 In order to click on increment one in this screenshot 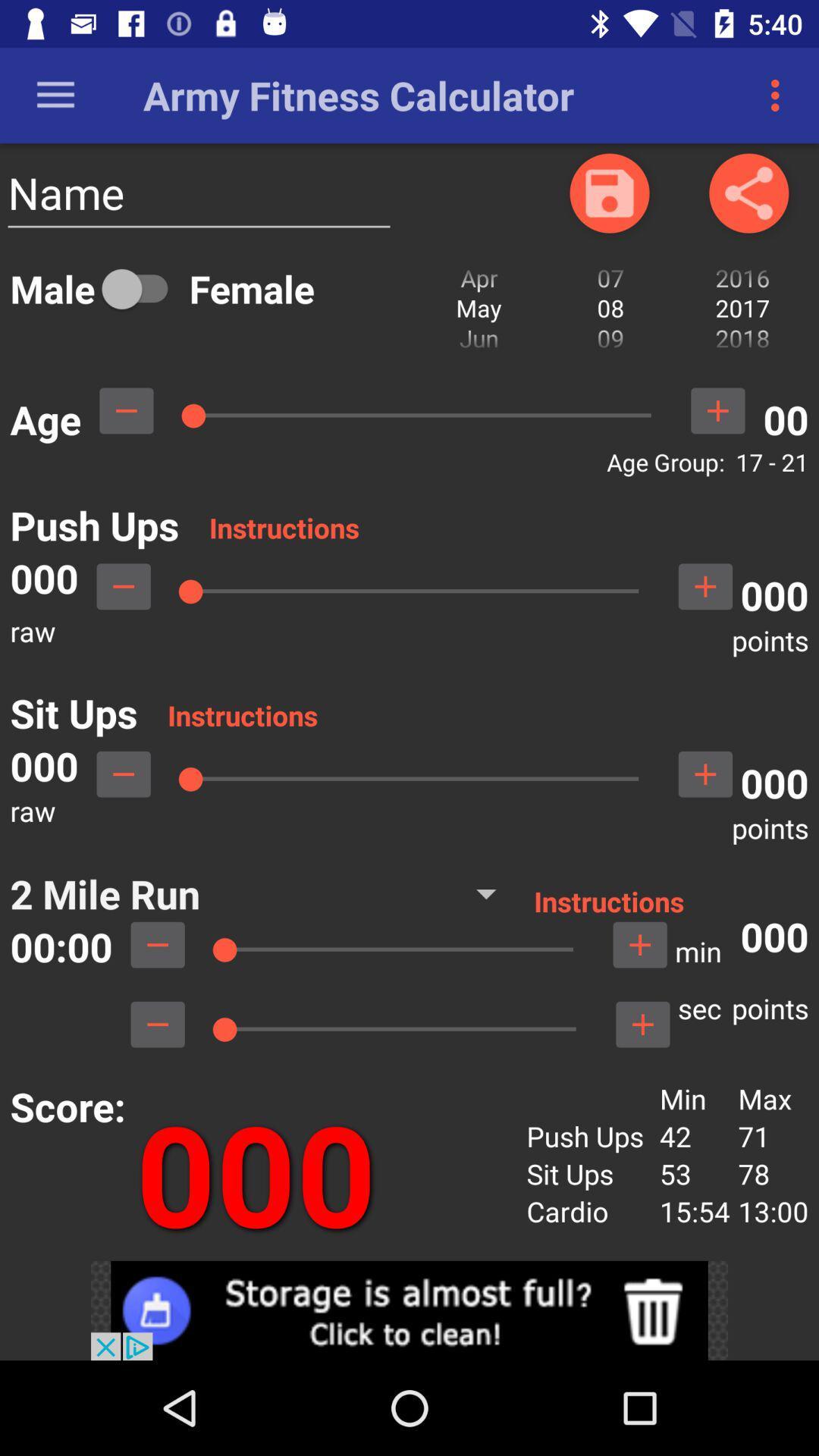, I will do `click(717, 410)`.